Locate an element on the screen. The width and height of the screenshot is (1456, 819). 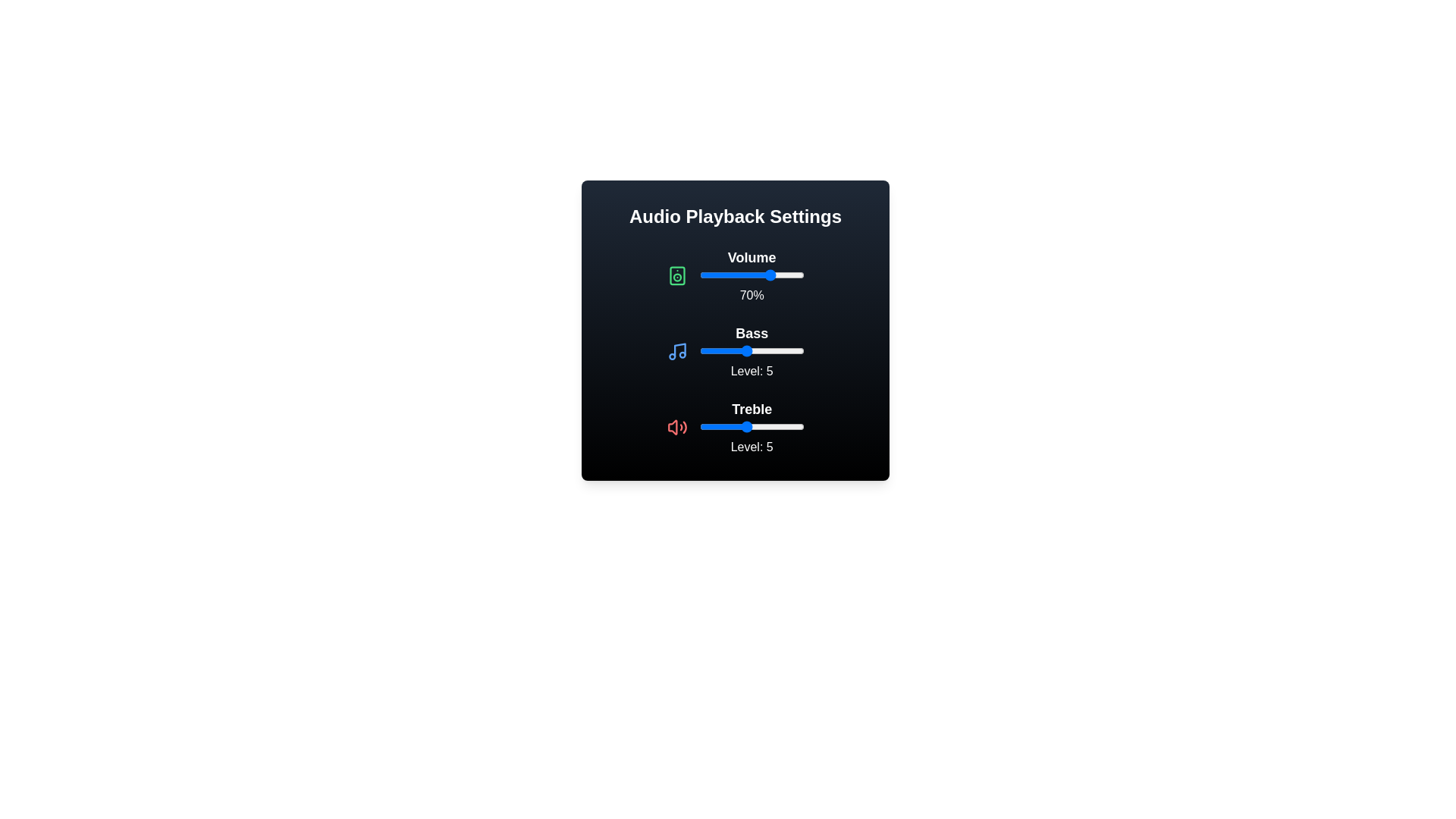
the volume slider is located at coordinates (734, 275).